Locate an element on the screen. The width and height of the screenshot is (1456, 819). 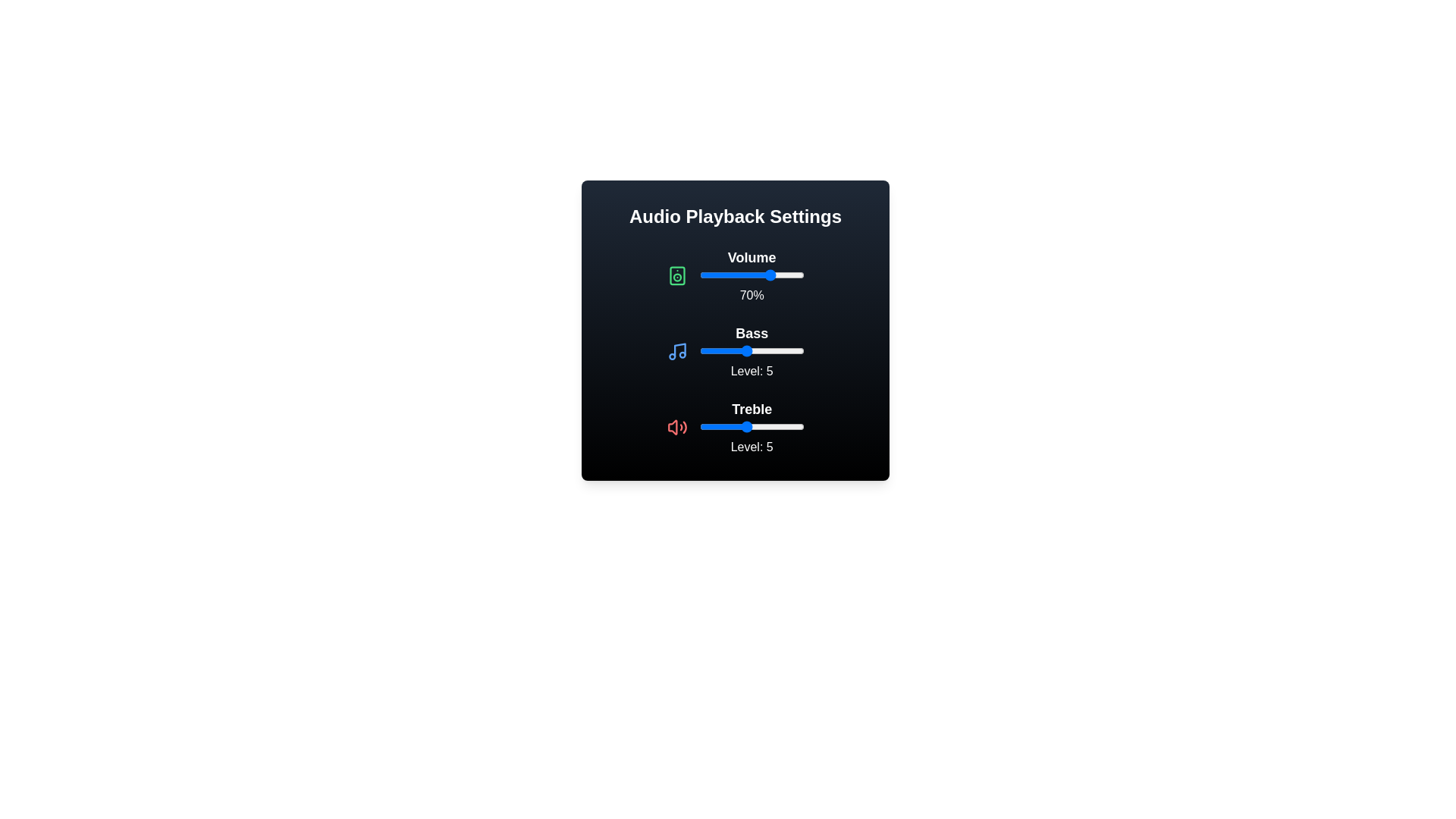
the volume slider is located at coordinates (734, 275).